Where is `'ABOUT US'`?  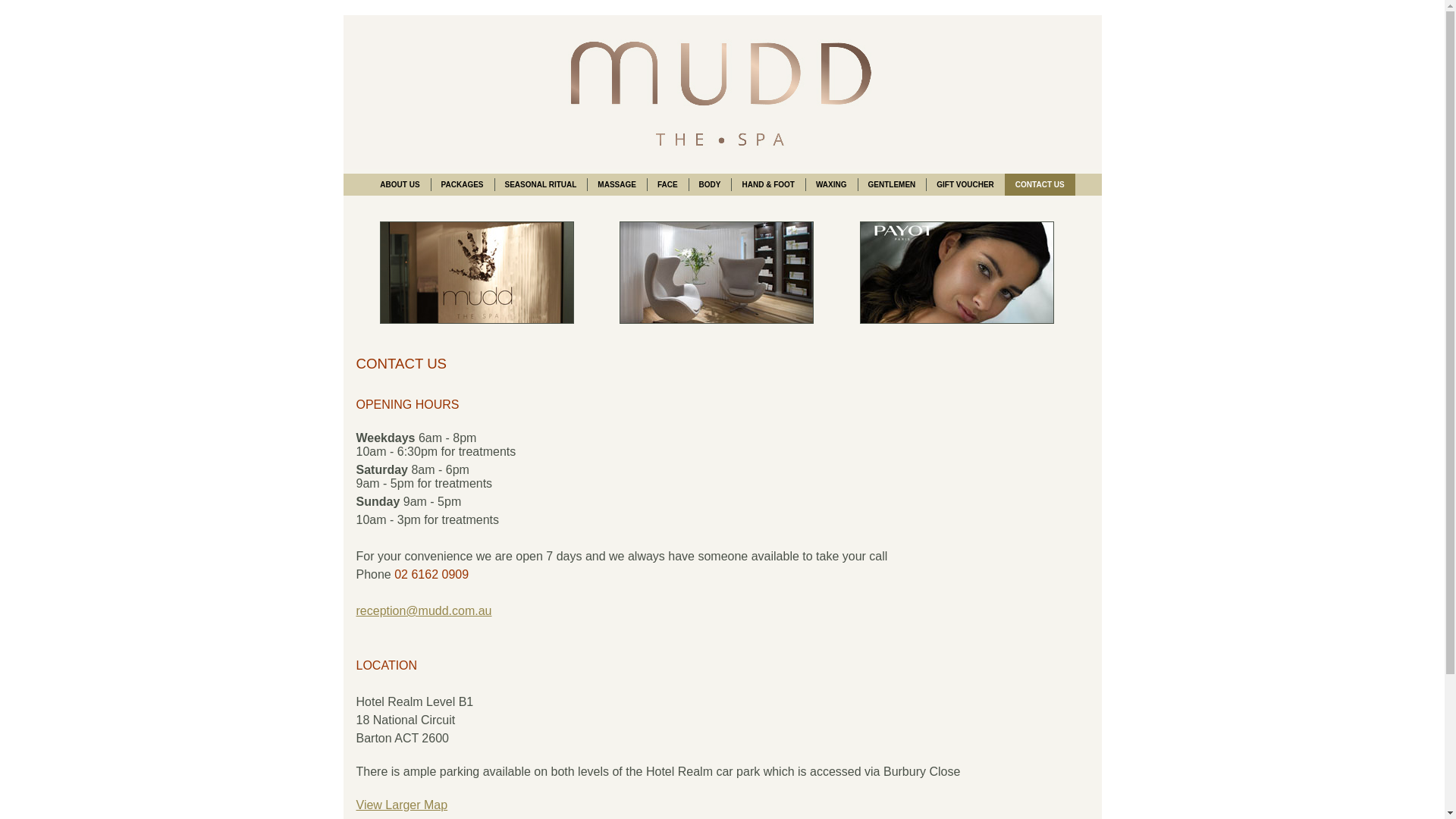 'ABOUT US' is located at coordinates (400, 184).